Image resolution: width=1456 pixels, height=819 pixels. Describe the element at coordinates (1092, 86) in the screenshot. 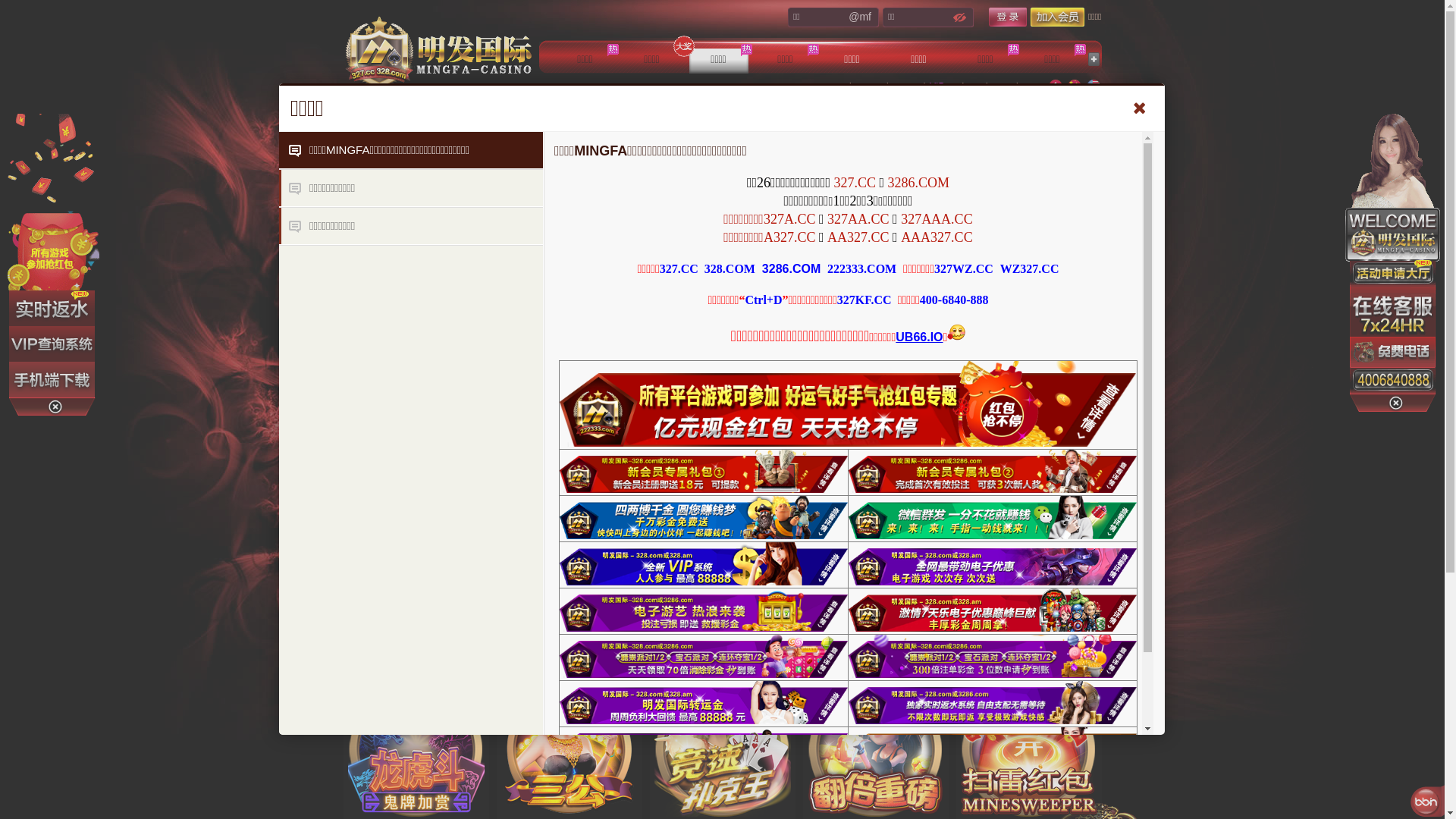

I see `'English'` at that location.